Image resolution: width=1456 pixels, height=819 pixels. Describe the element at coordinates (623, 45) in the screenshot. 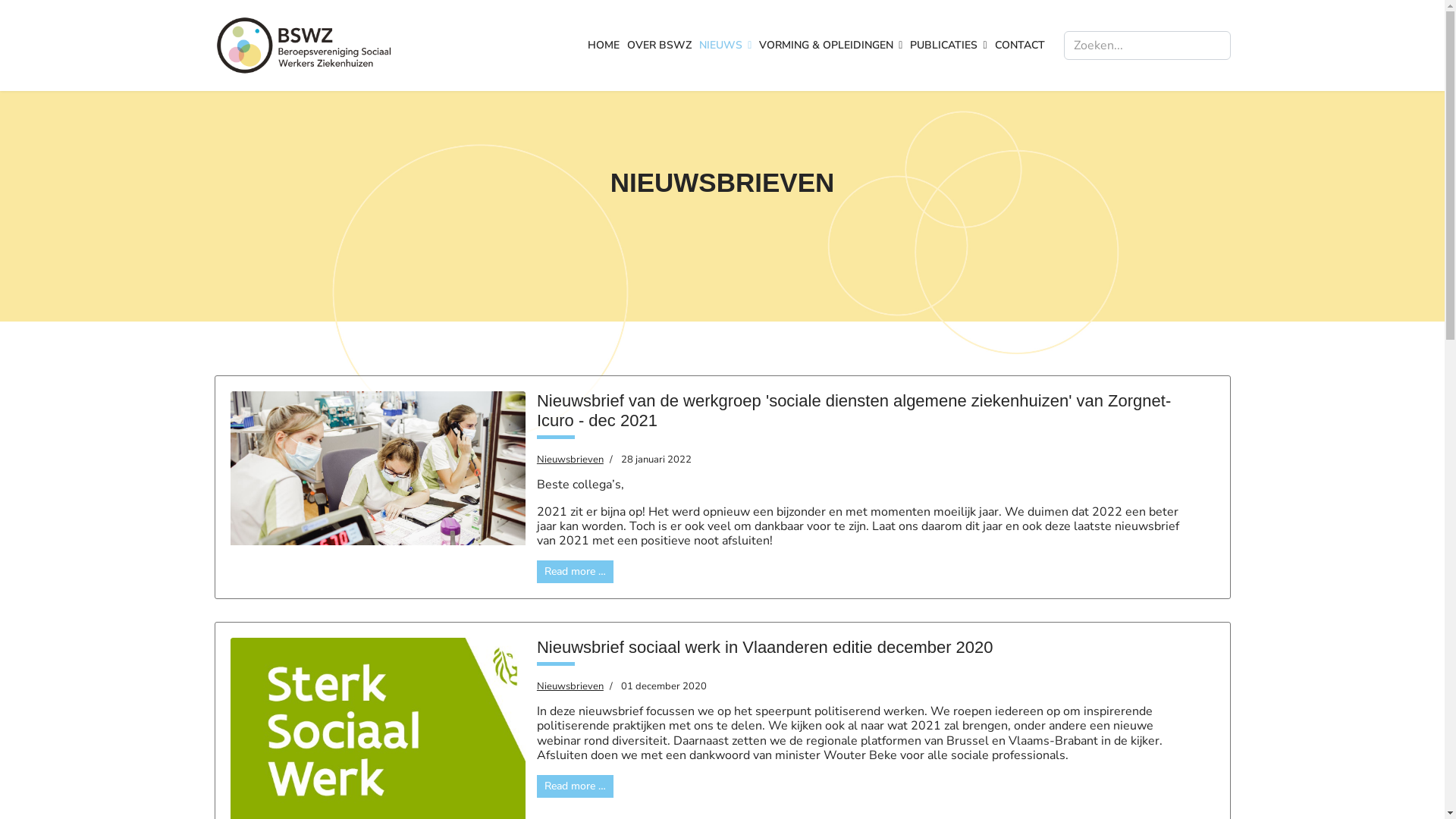

I see `'OVER BSWZ'` at that location.